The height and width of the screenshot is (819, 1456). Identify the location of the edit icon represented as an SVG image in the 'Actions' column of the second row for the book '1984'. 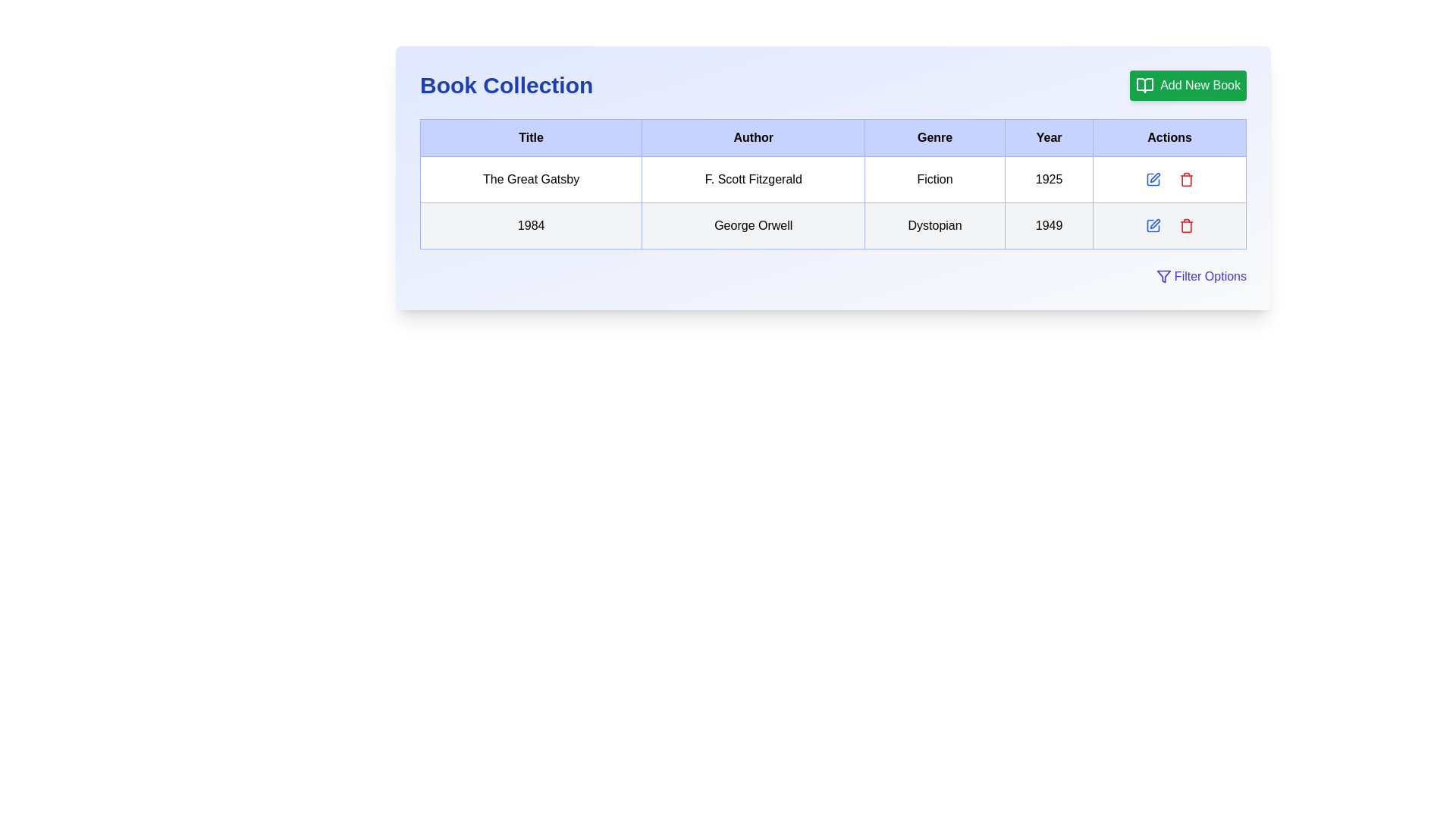
(1154, 224).